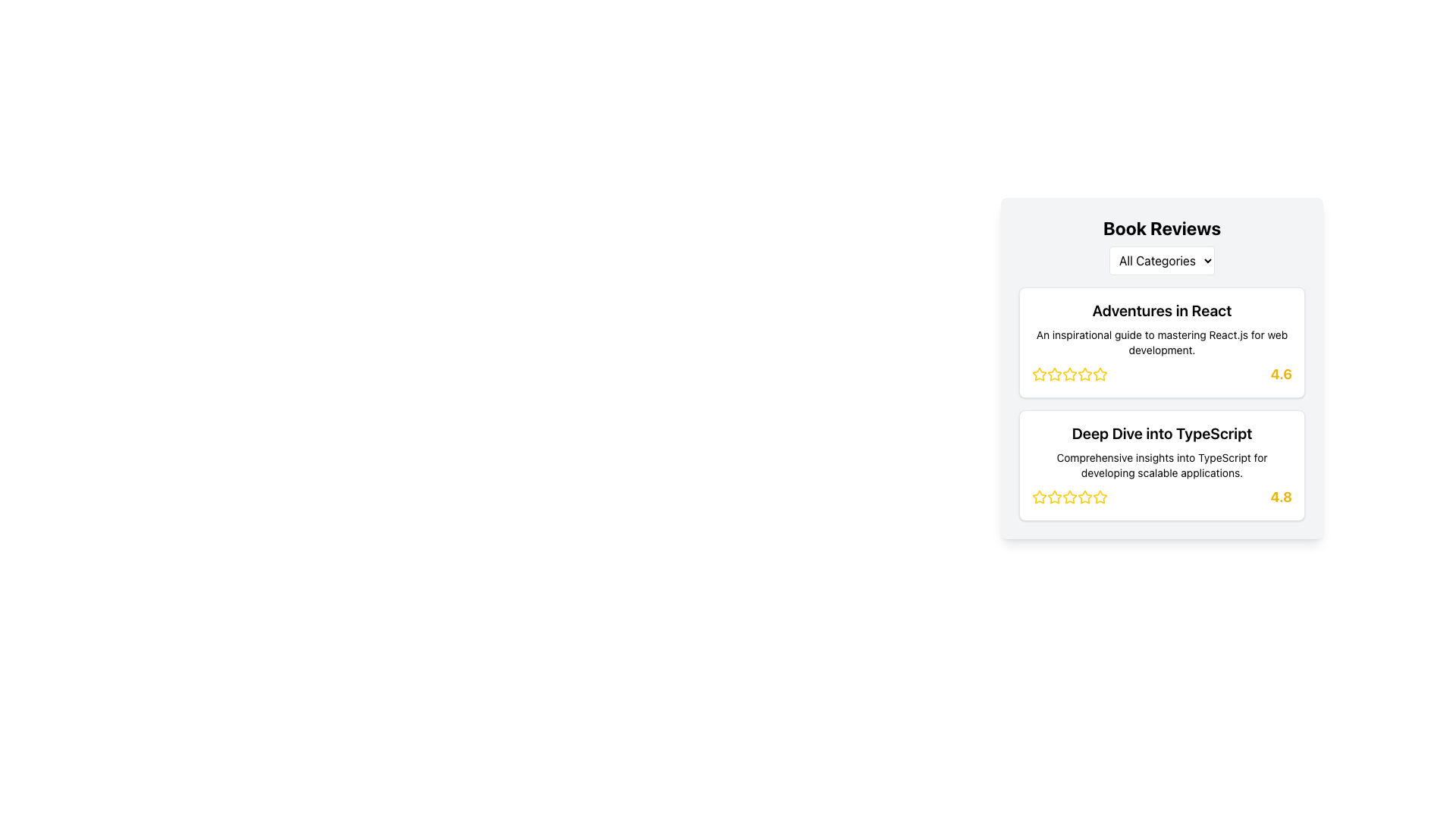 This screenshot has height=819, width=1456. I want to click on the fifth star in the Star-shaped rating component representing the book 'Adventures in React' in the 'Book Reviews' interface, so click(1100, 374).